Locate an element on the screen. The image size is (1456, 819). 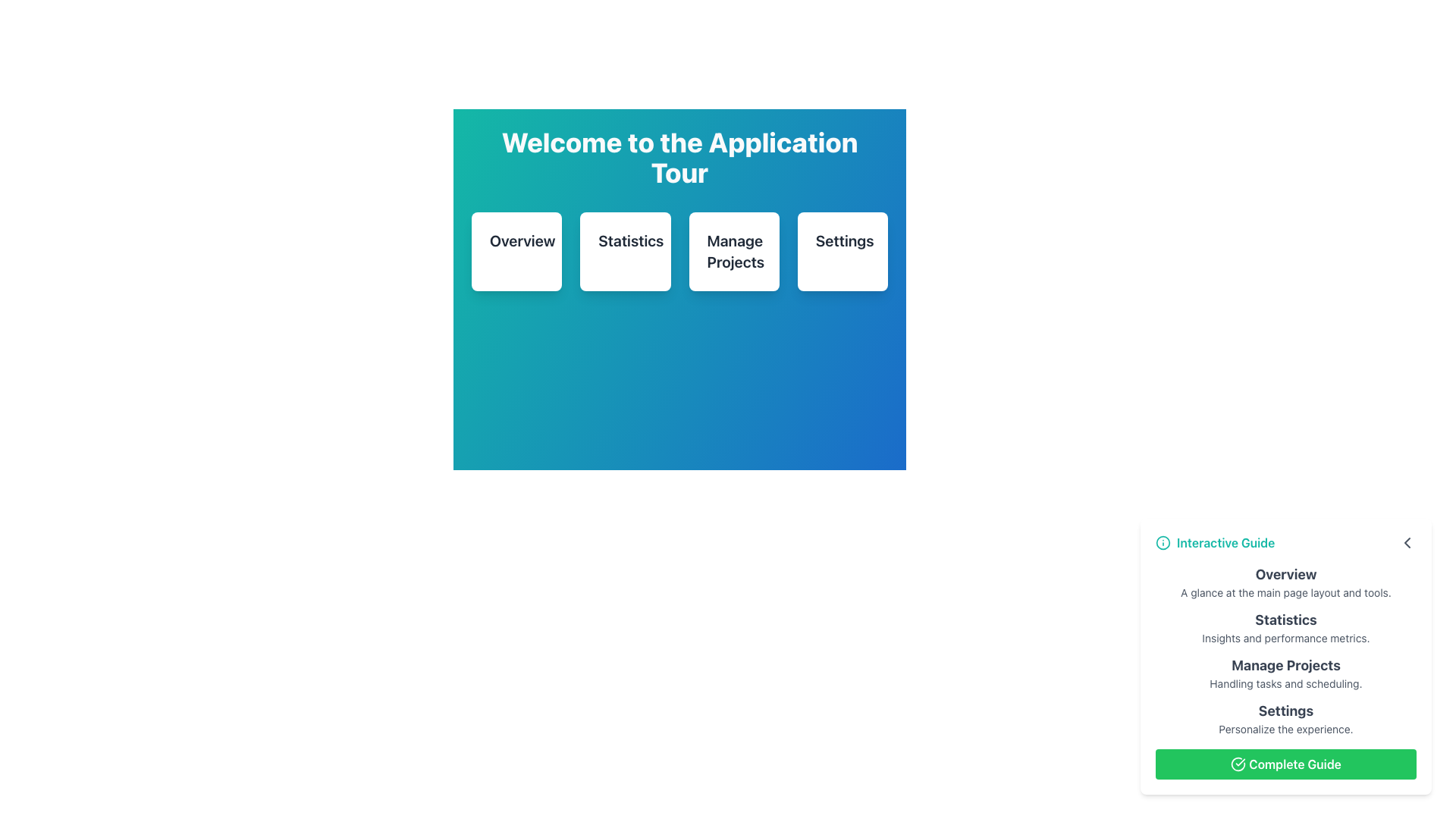
the bold, large-sized 'Statistics' label in the right-hand sidebar which is styled in gray font is located at coordinates (1285, 620).